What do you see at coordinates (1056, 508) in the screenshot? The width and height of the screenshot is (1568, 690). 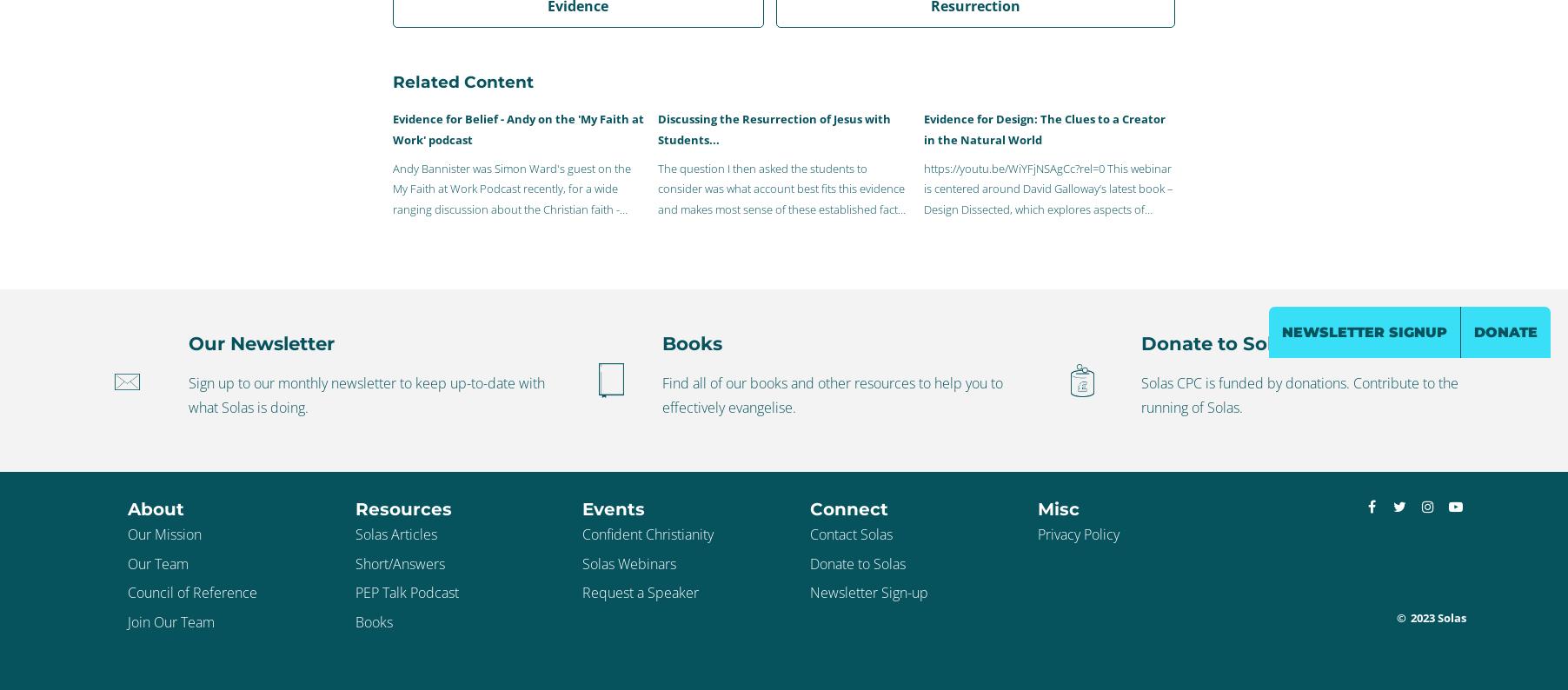 I see `'Misc'` at bounding box center [1056, 508].